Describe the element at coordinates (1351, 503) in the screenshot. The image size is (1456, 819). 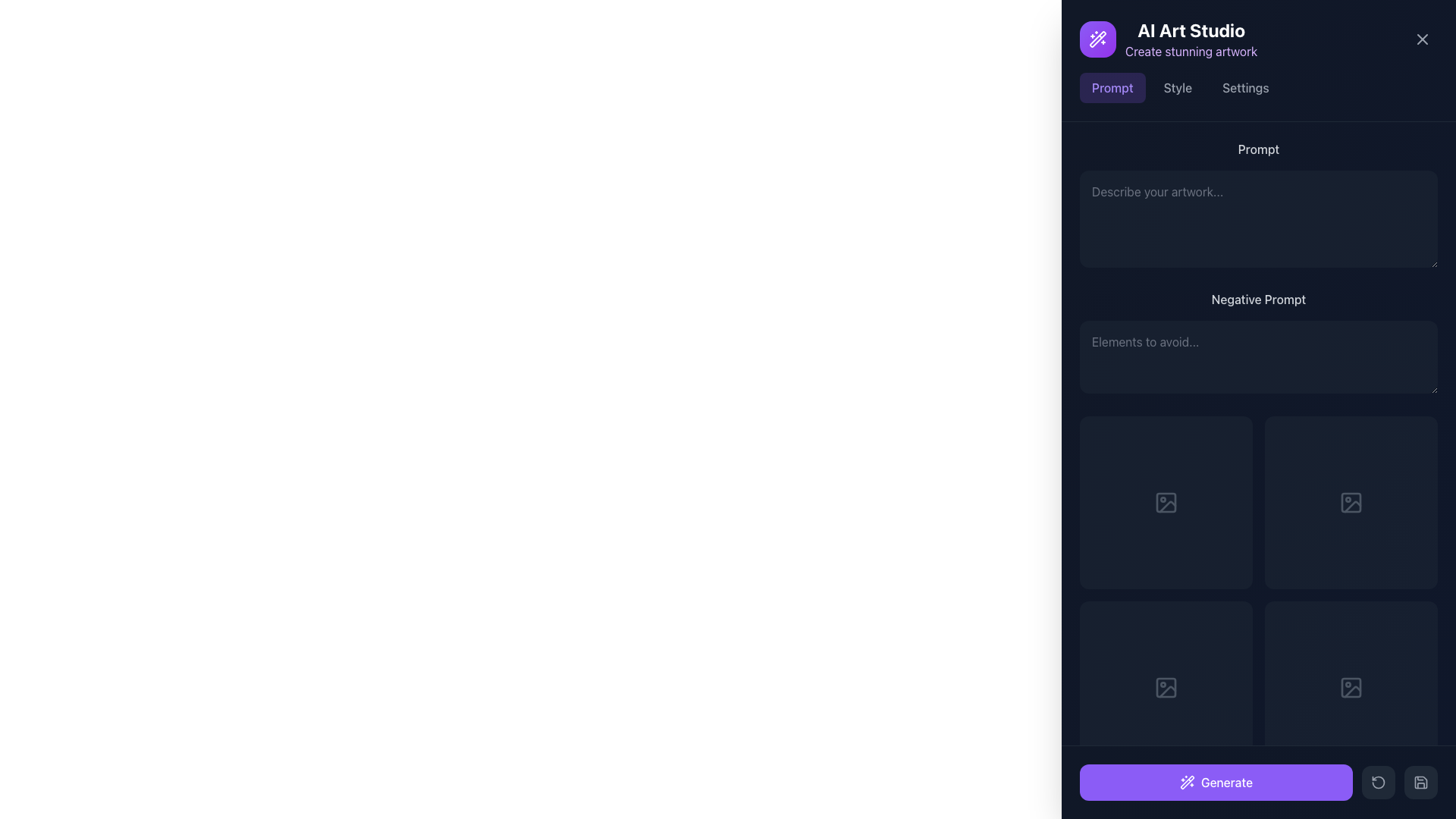
I see `the bottom-right icon in a grid of four image placeholders, which is a rectangle icon resembling an image outline with rounded corners` at that location.